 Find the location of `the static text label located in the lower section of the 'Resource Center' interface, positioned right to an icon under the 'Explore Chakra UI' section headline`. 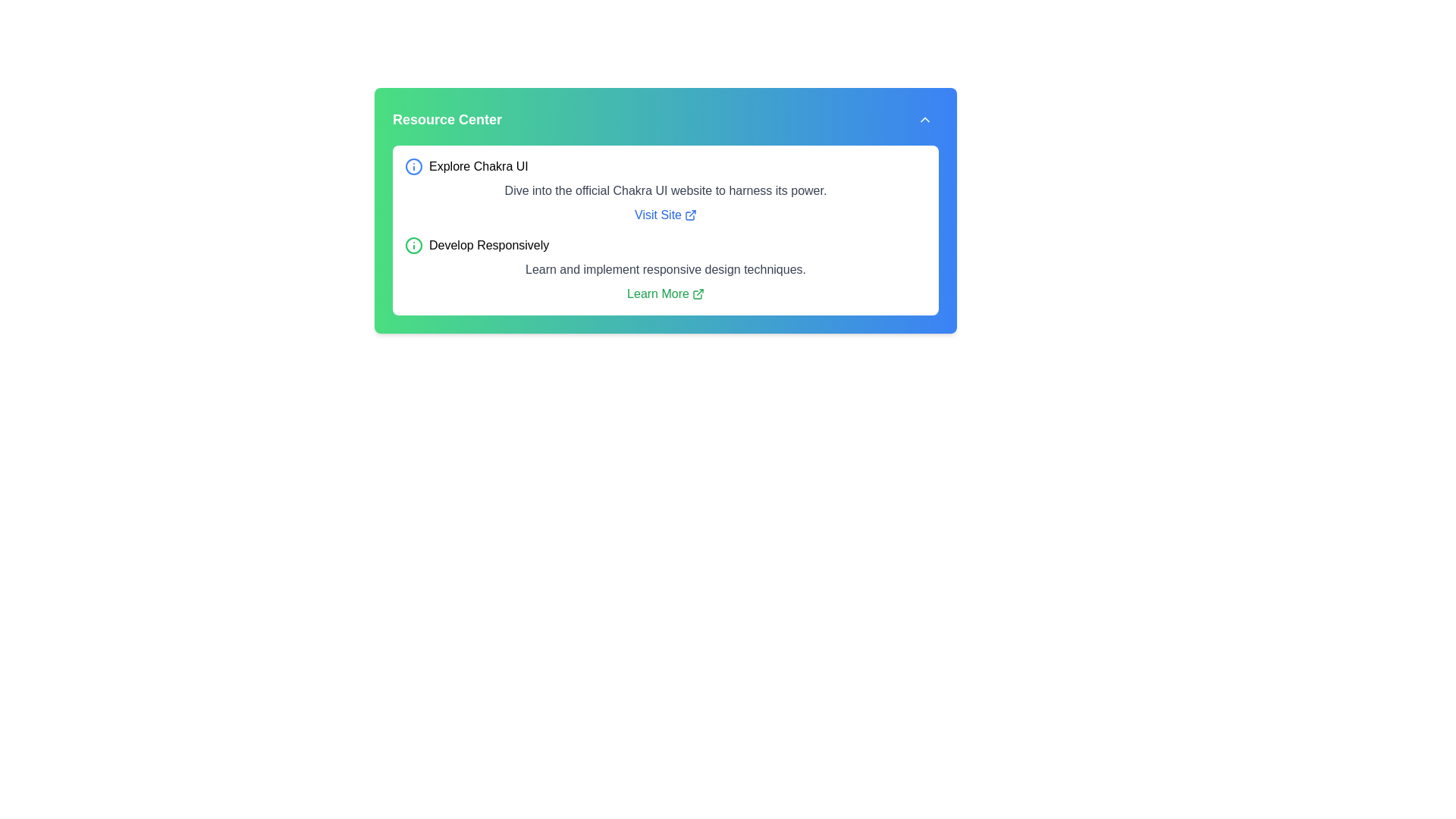

the static text label located in the lower section of the 'Resource Center' interface, positioned right to an icon under the 'Explore Chakra UI' section headline is located at coordinates (489, 245).